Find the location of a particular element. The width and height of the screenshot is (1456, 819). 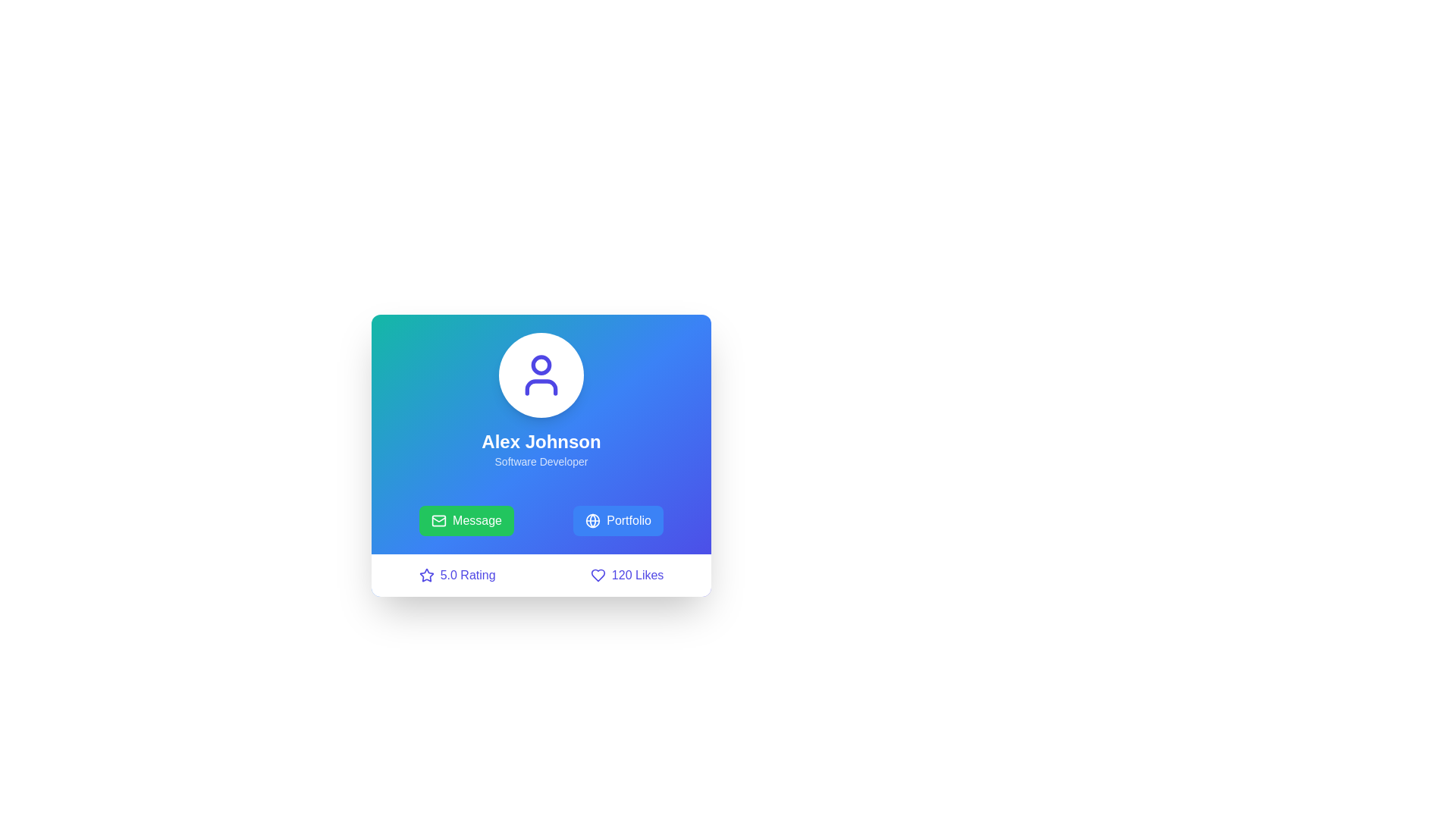

the messaging icon located within the 'Message' button, positioned on the left side of the text, to initiate a message is located at coordinates (438, 519).